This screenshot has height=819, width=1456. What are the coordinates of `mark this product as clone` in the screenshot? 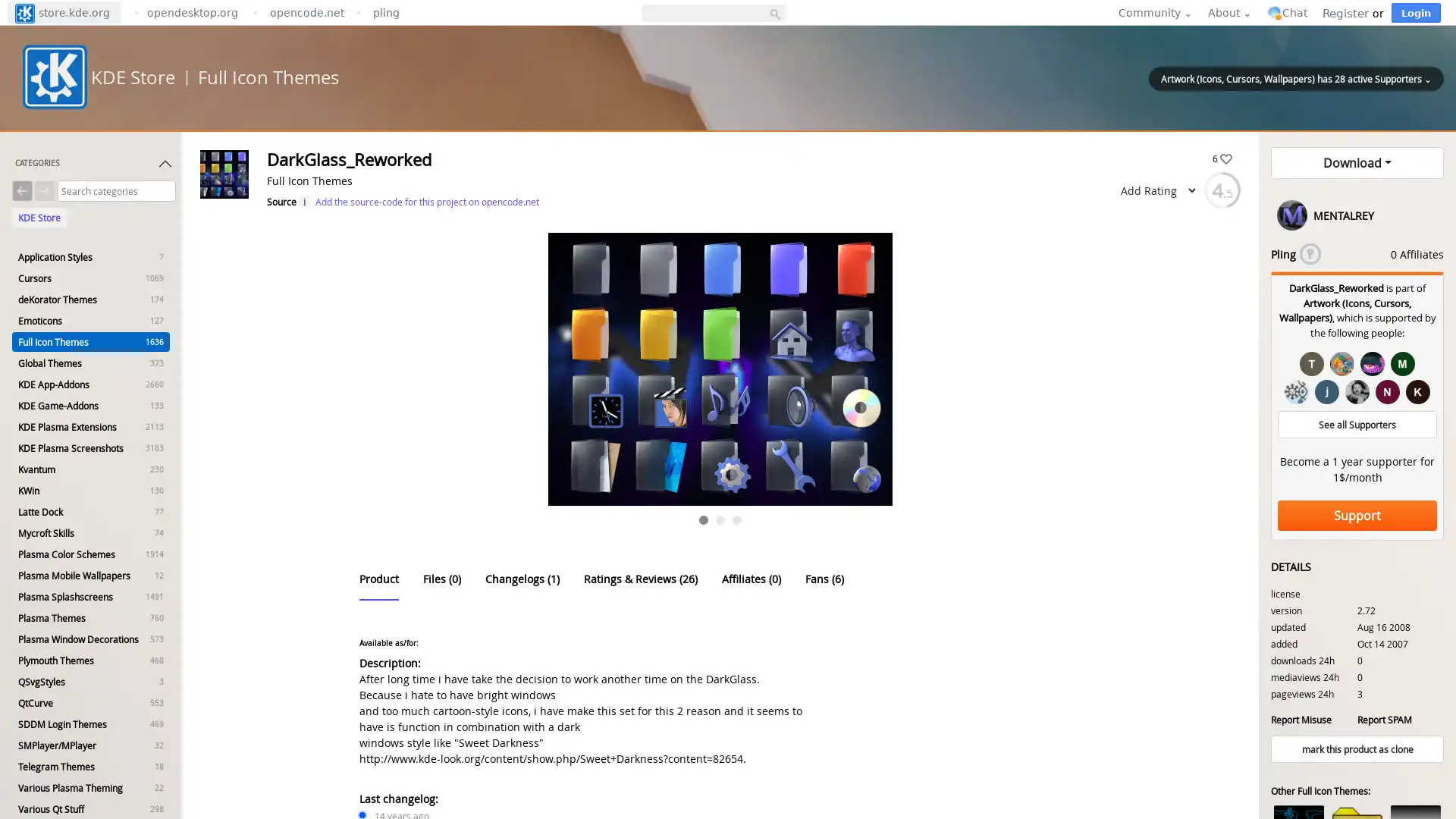 It's located at (1357, 748).